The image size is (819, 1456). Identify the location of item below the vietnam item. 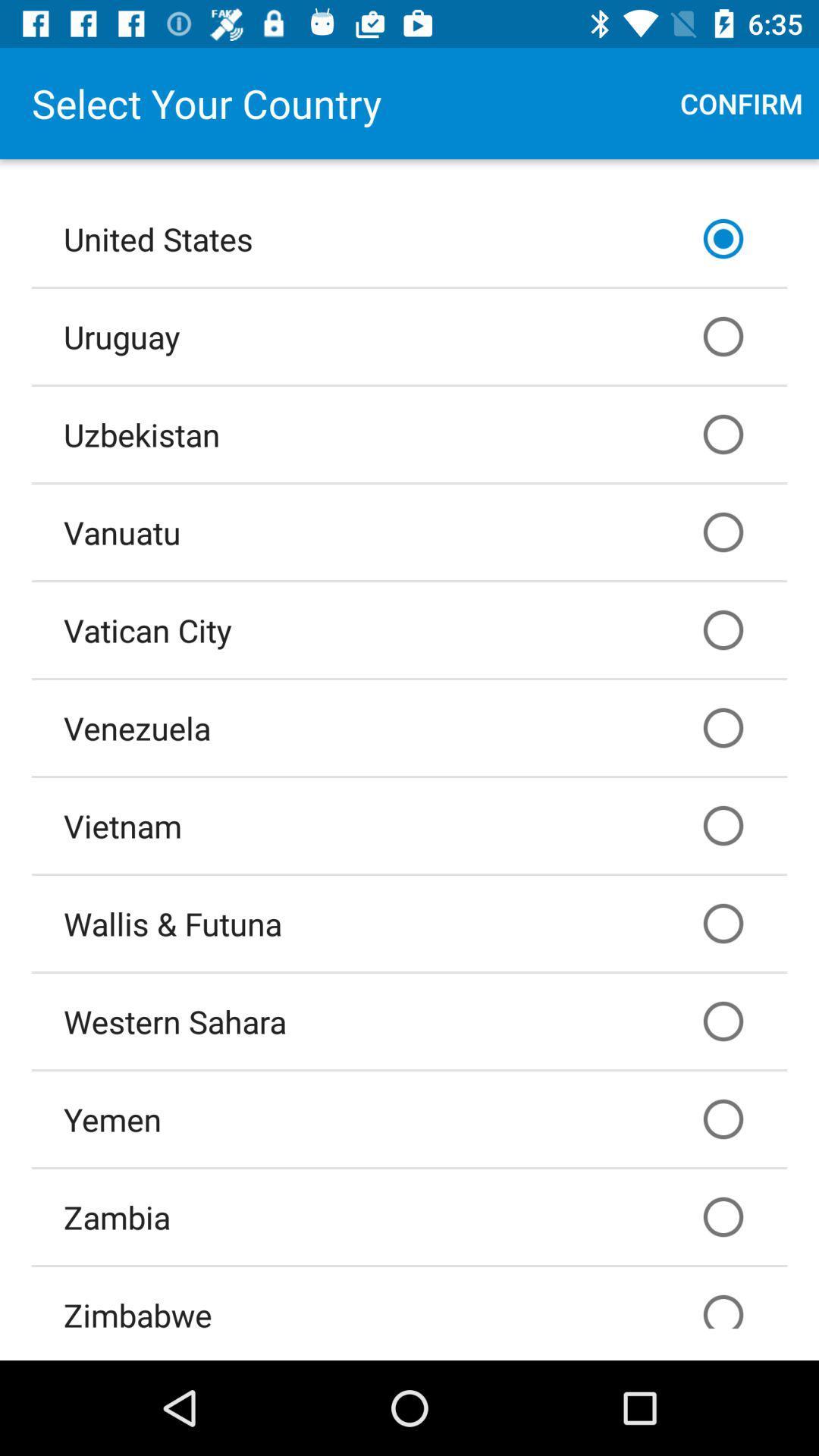
(409, 923).